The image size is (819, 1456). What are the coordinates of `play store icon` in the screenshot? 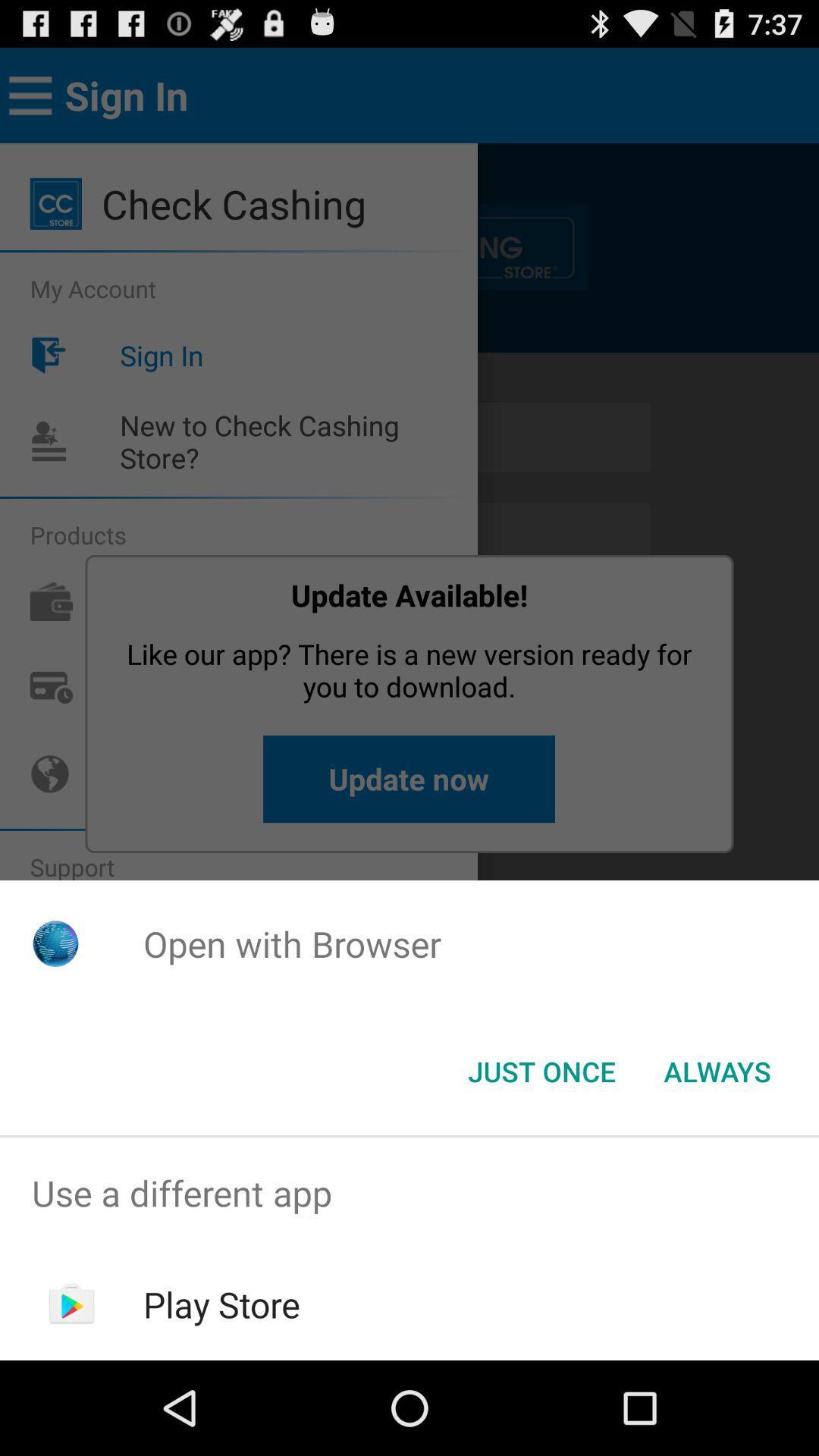 It's located at (221, 1304).